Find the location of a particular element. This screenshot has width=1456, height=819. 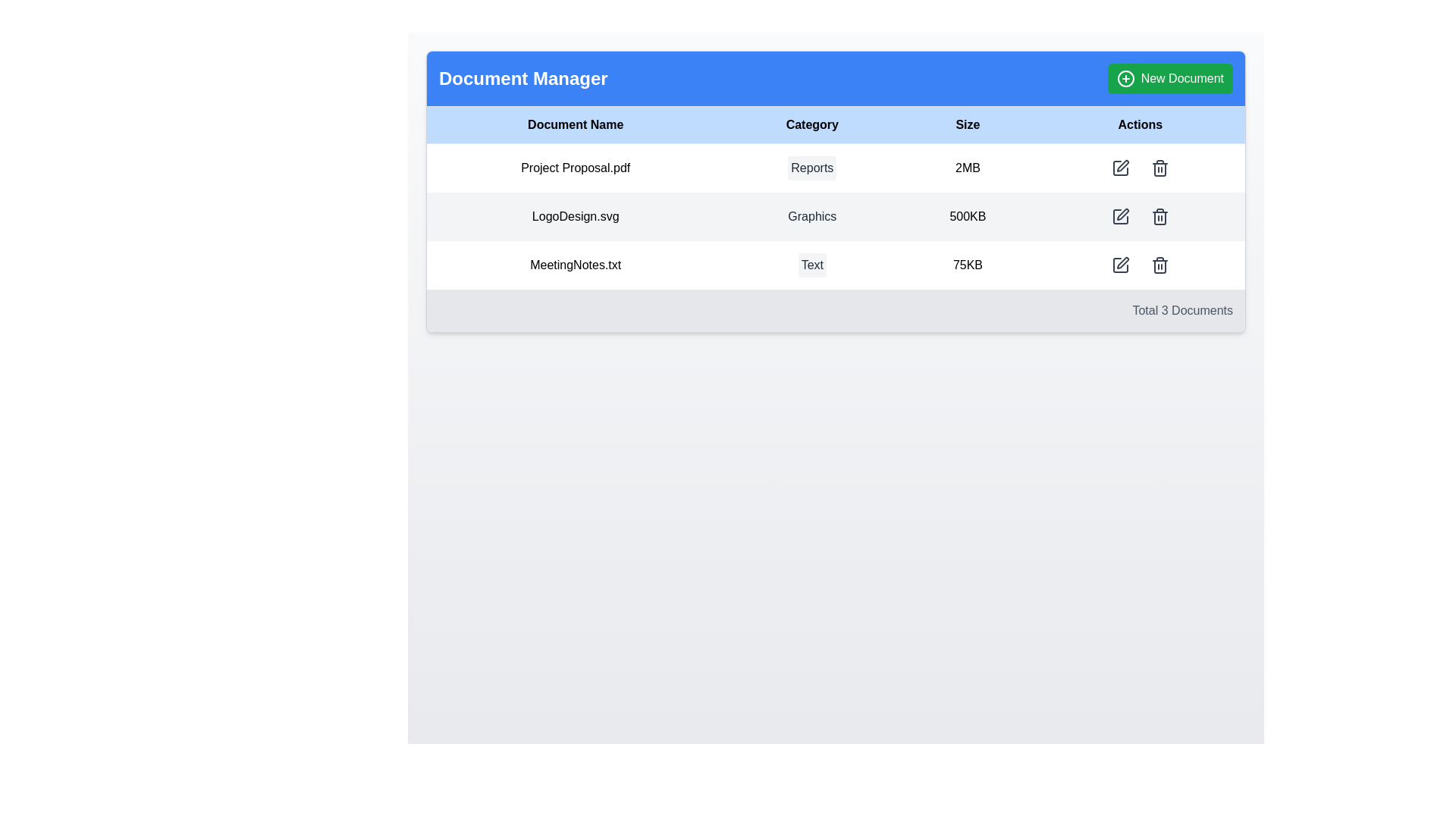

the static text label reading 'Actions', which is styled in bold black text against a light blue background, located at the far right of the header row in the table layout is located at coordinates (1140, 124).